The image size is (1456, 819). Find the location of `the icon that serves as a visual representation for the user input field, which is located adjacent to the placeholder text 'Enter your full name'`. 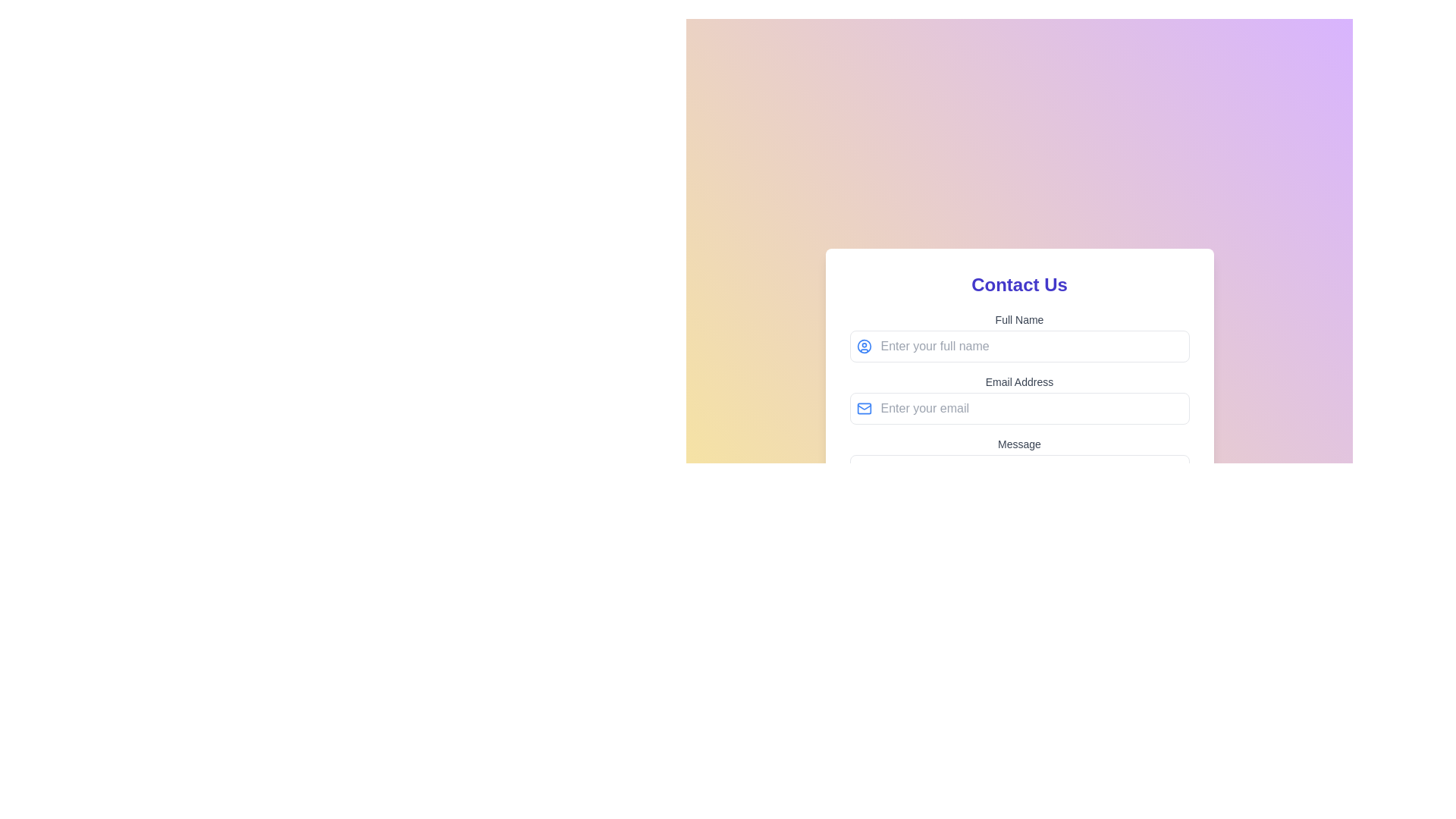

the icon that serves as a visual representation for the user input field, which is located adjacent to the placeholder text 'Enter your full name' is located at coordinates (864, 346).